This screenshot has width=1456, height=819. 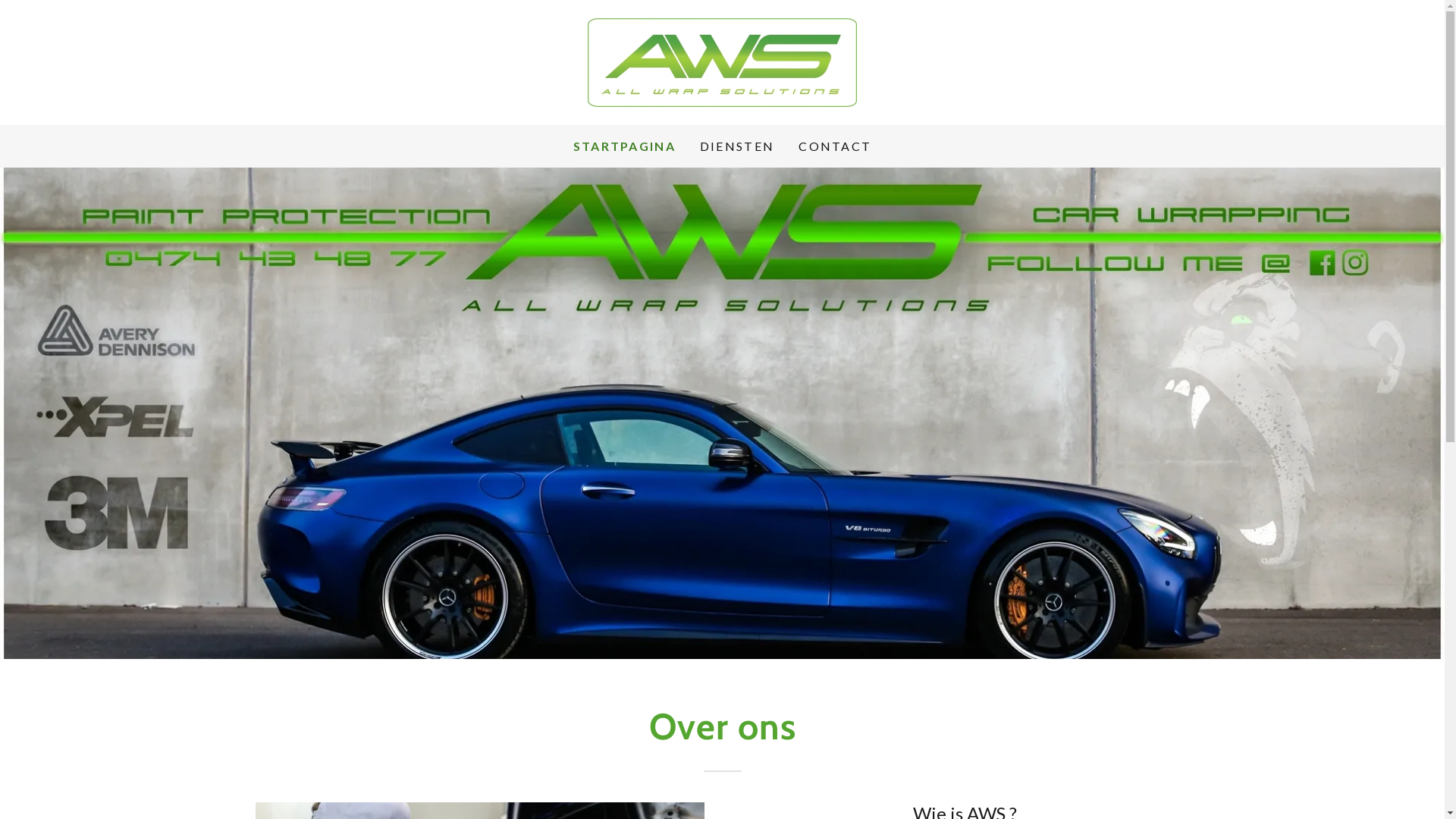 What do you see at coordinates (792, 146) in the screenshot?
I see `'CONTACT'` at bounding box center [792, 146].